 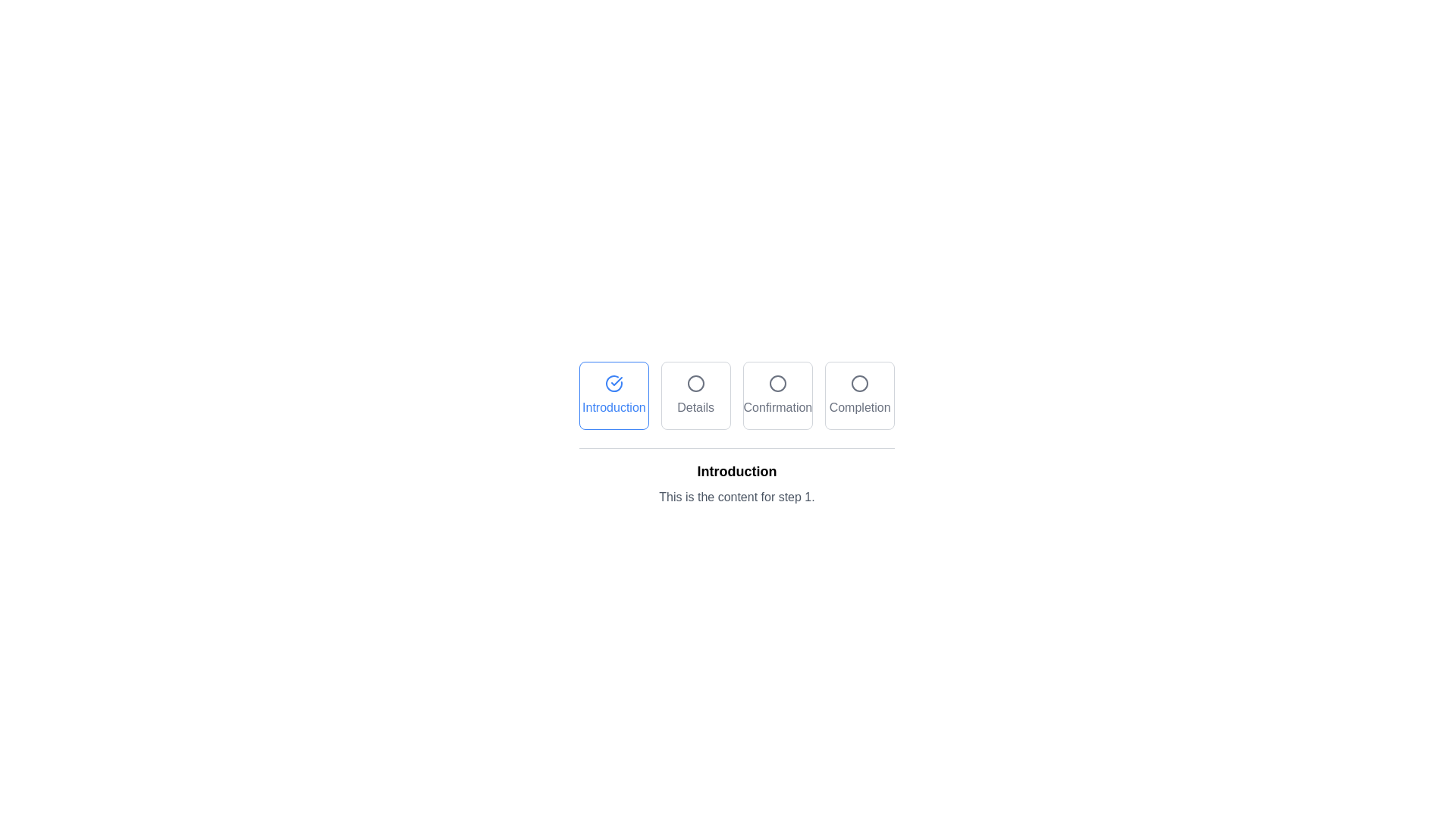 What do you see at coordinates (695, 382) in the screenshot?
I see `the 'Details' icon, which is the second icon in a sequence of horizontally aligned icons, located directly above the text 'Details'` at bounding box center [695, 382].